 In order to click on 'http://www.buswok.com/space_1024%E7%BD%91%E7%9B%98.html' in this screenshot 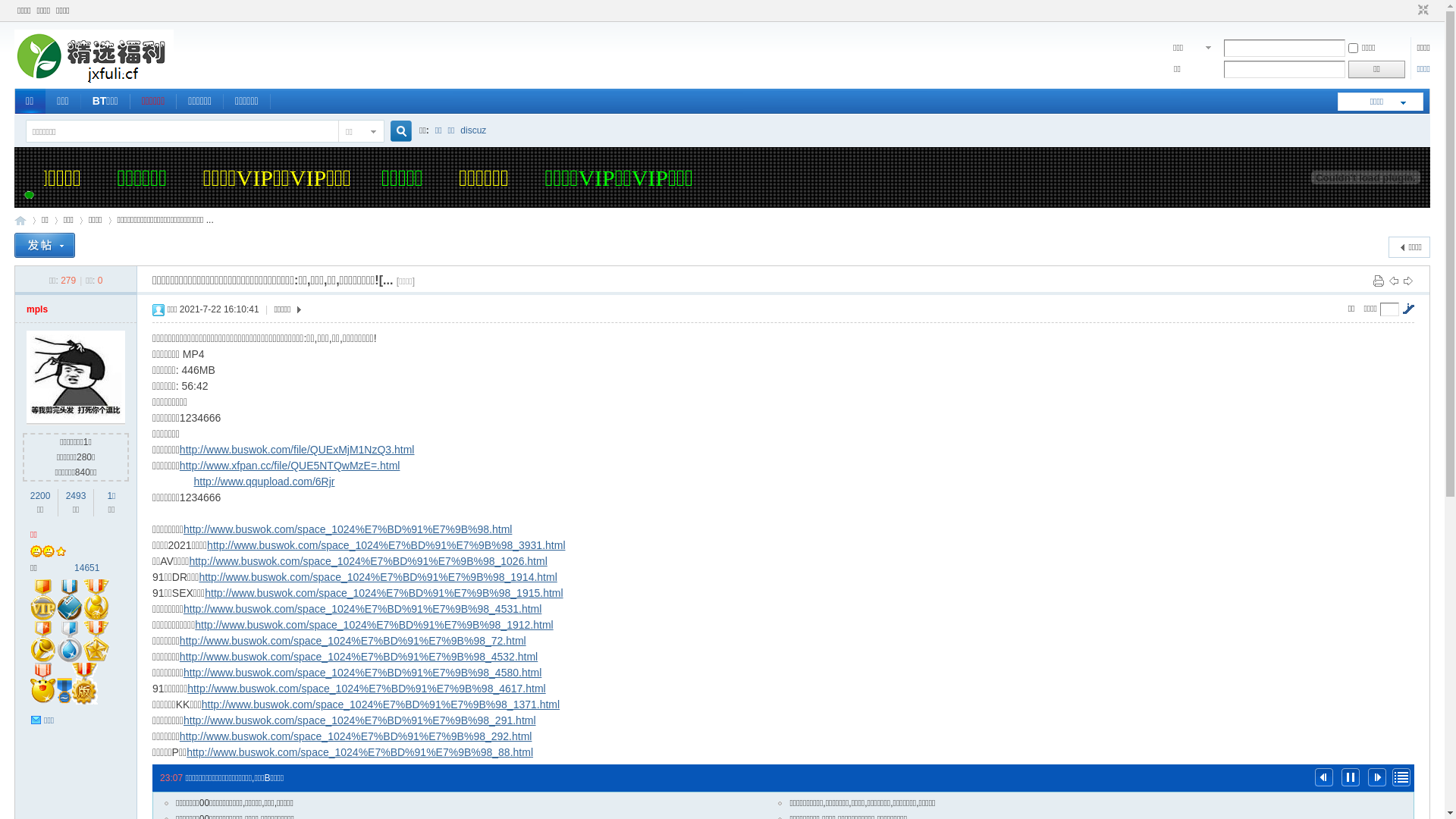, I will do `click(347, 529)`.